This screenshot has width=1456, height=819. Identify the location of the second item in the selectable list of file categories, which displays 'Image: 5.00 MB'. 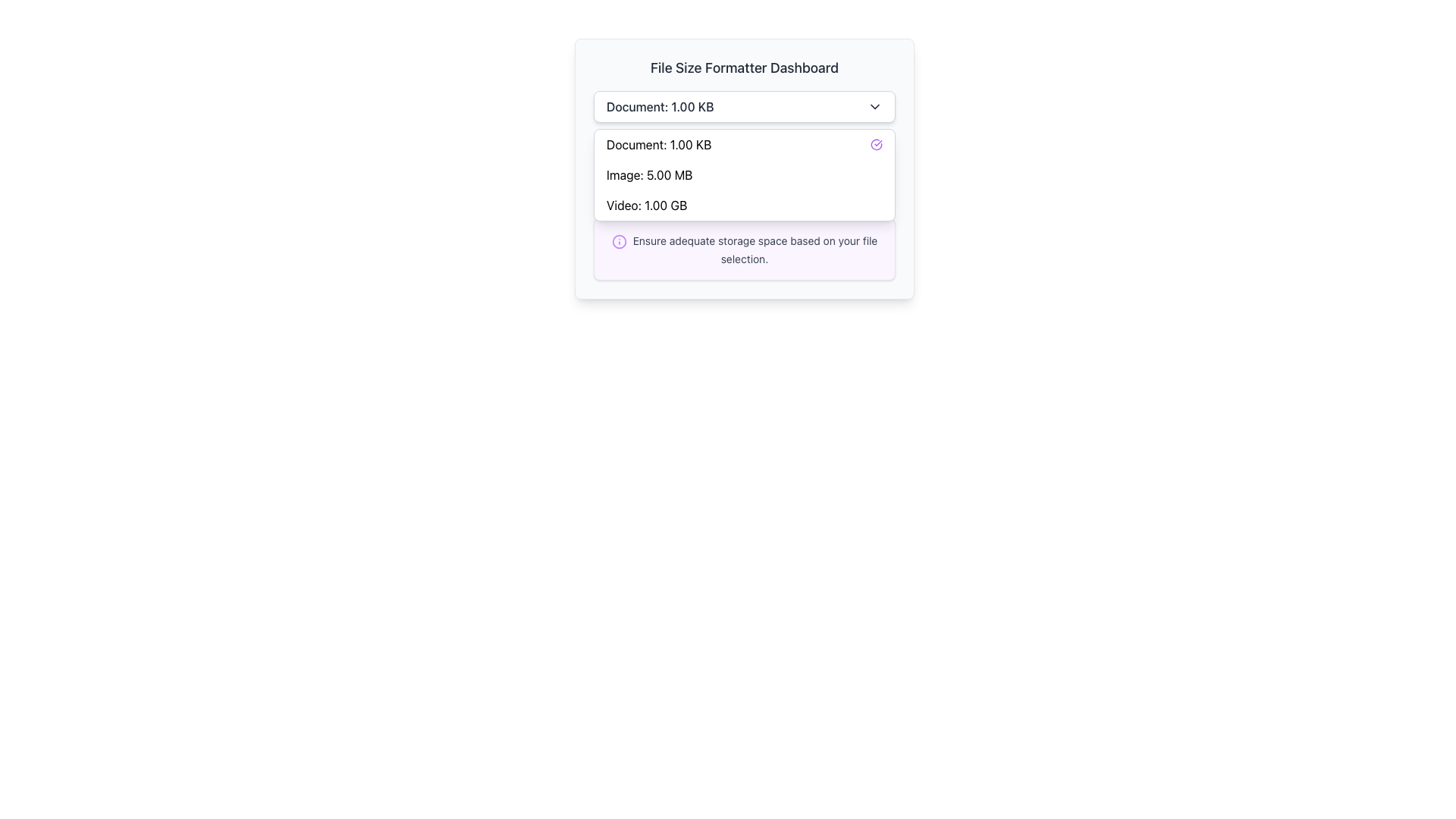
(745, 174).